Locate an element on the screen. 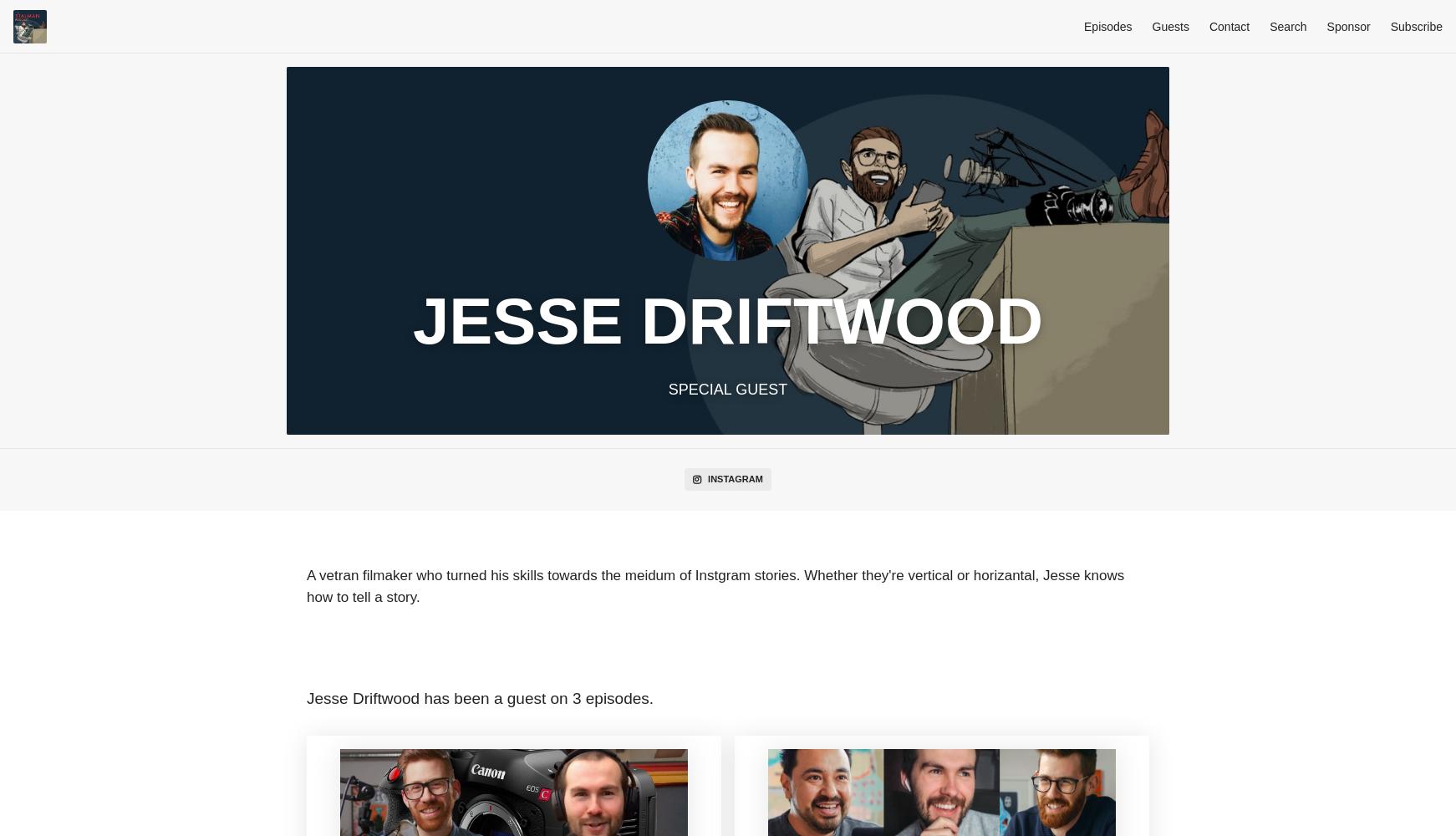 This screenshot has width=1456, height=836. 'Jesse Driftwood has been a guest on 3 episodes.' is located at coordinates (480, 697).